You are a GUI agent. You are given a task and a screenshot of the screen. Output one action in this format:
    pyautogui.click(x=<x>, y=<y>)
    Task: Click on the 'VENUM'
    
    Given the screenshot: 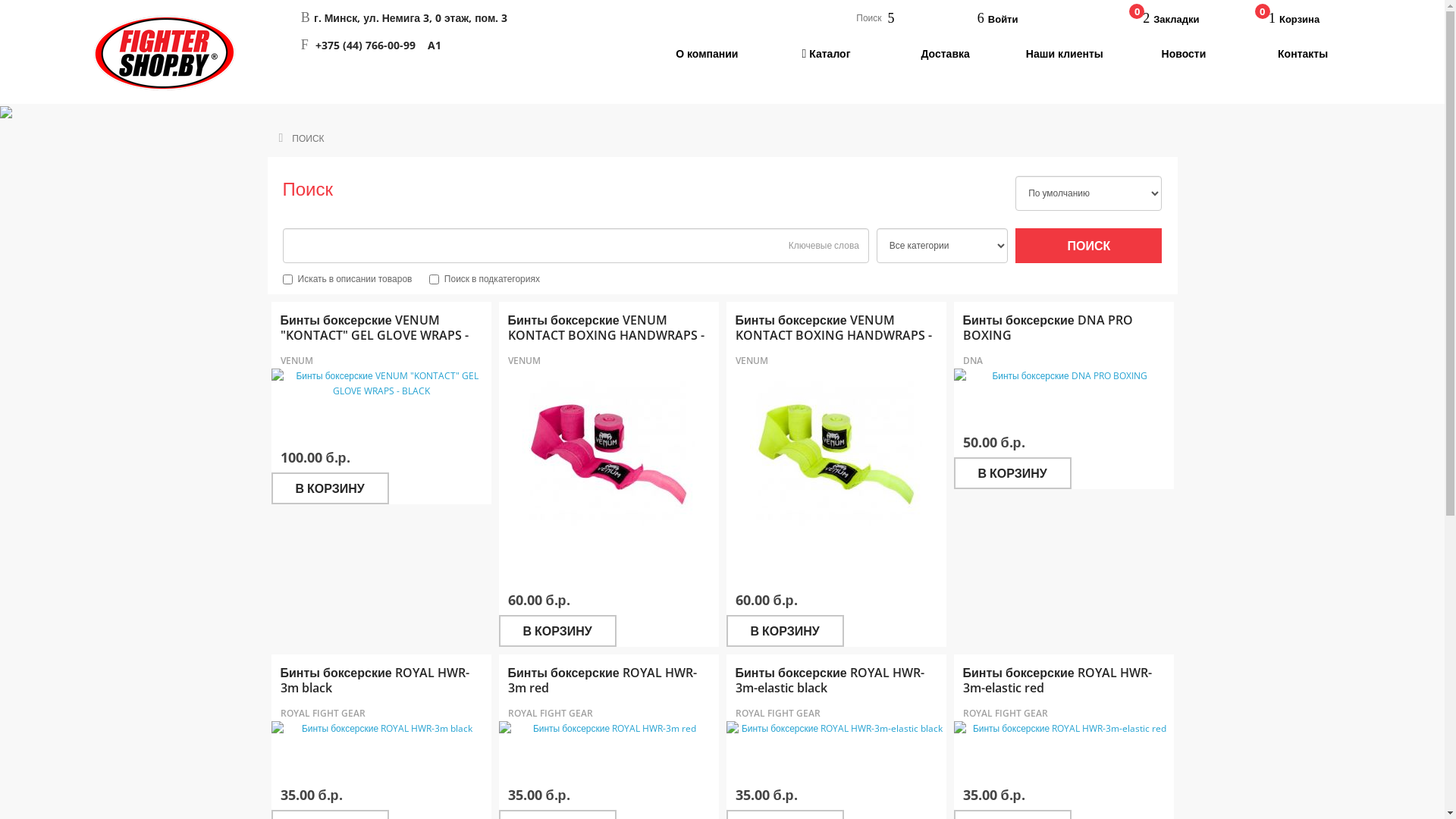 What is the action you would take?
    pyautogui.click(x=271, y=360)
    